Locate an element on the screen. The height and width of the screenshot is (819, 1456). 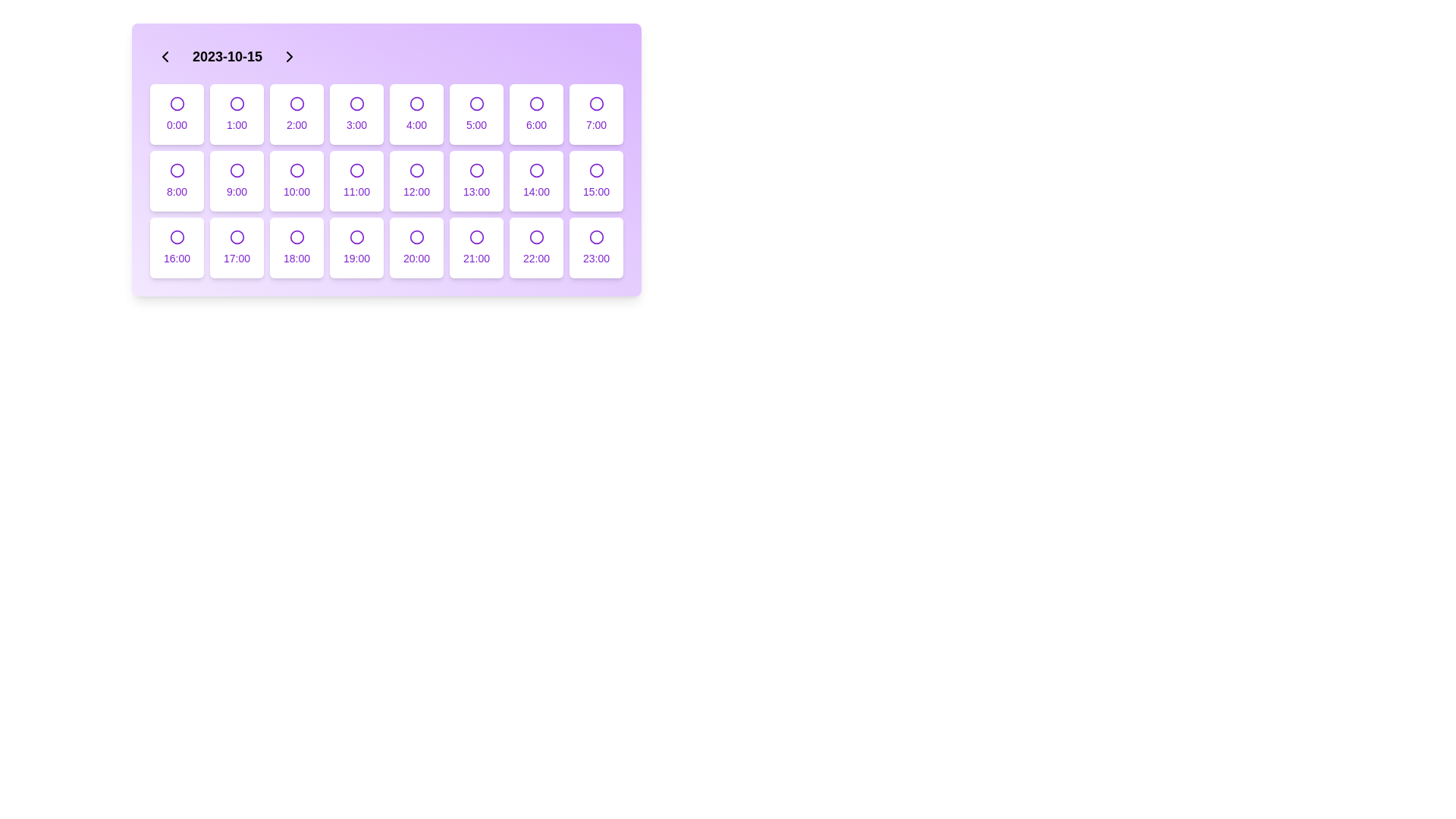
the button labeled '0:00' in the grid layout for selecting time slots on the date '2023-10-15' is located at coordinates (177, 113).